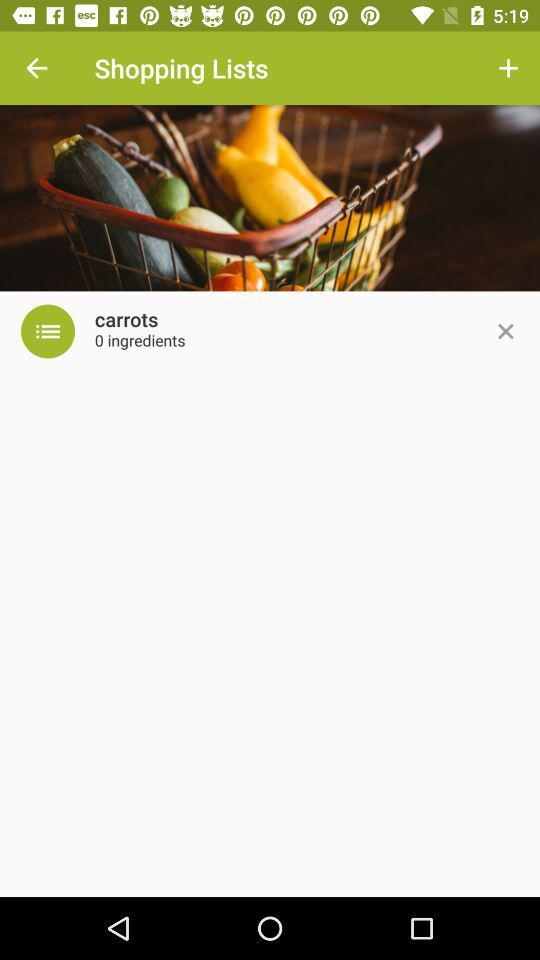  Describe the element at coordinates (508, 68) in the screenshot. I see `the item to the right of the shopping lists icon` at that location.